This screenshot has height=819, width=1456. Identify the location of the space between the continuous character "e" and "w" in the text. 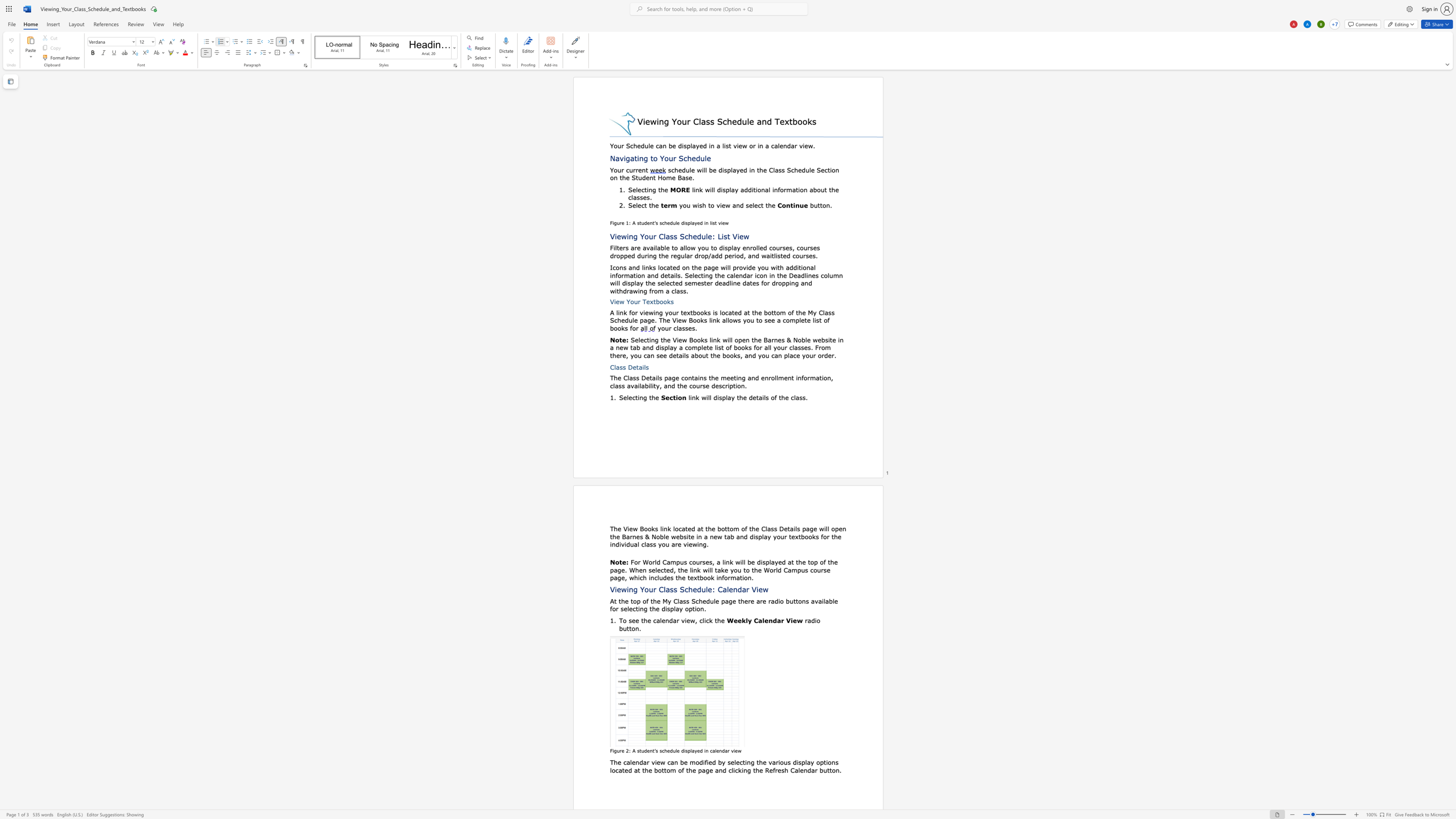
(633, 528).